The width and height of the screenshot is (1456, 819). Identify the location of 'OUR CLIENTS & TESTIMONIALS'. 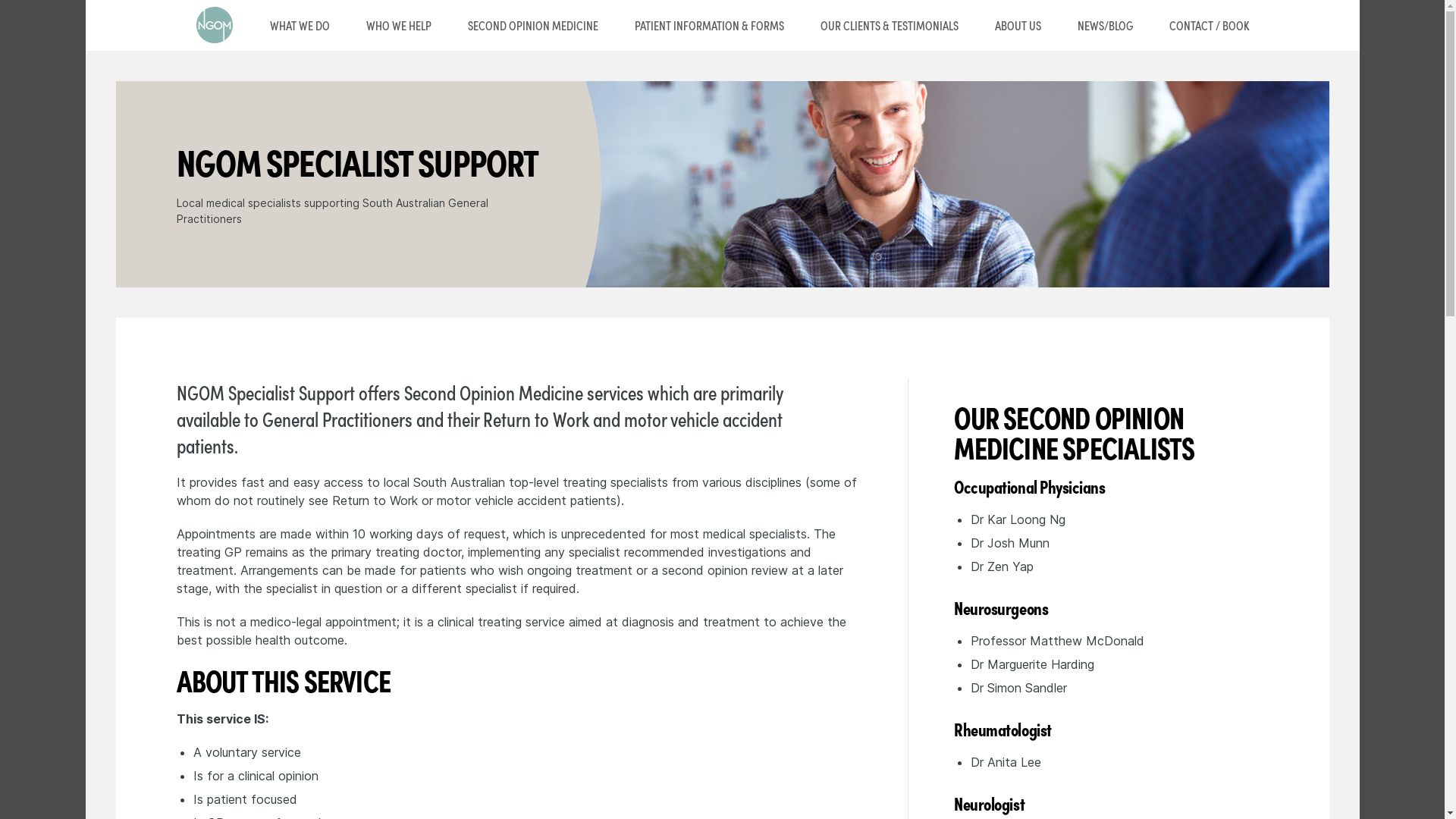
(889, 25).